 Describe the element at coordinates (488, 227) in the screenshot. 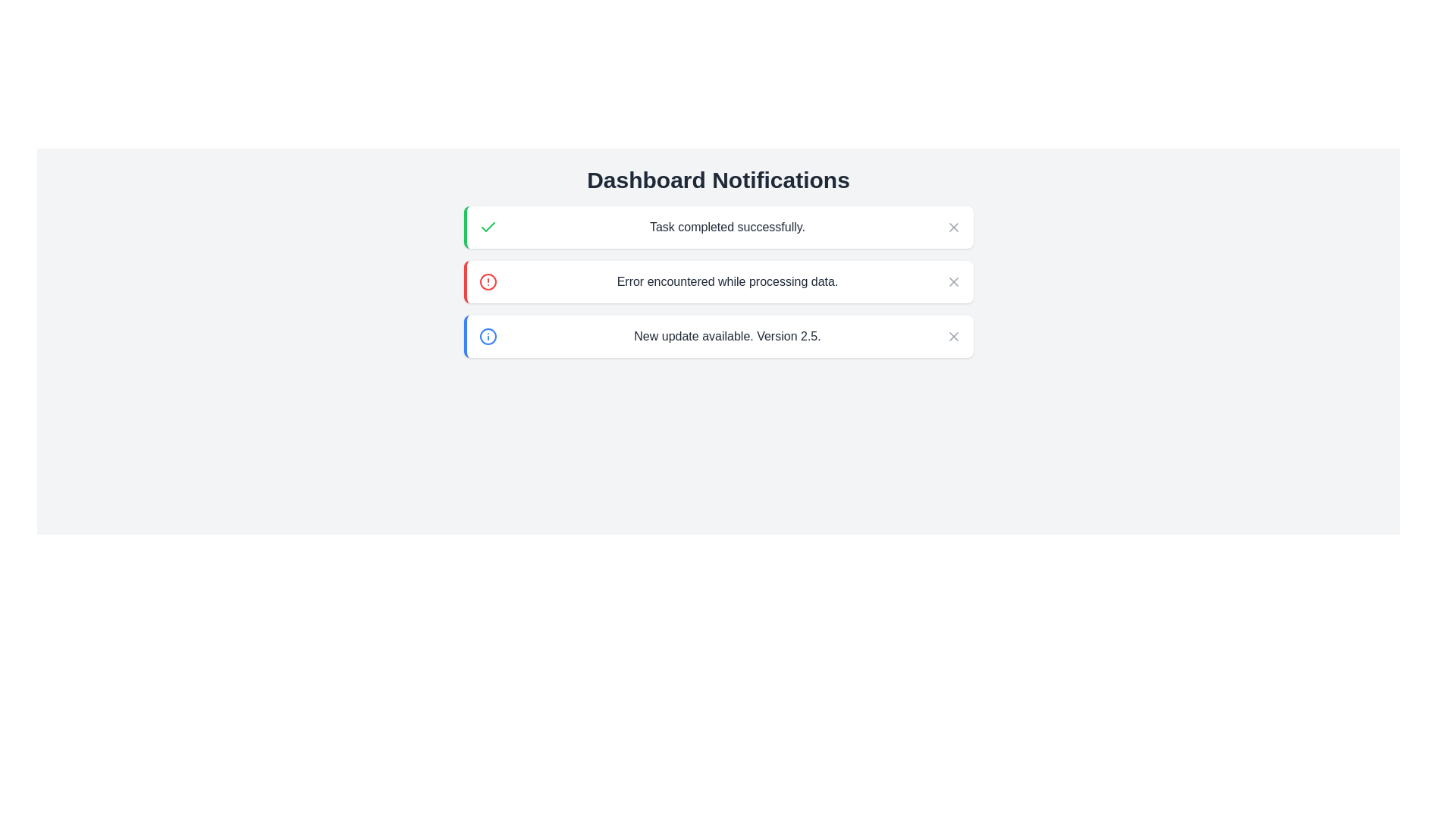

I see `the checkmark icon element, which is part of an SVG graphic with a green stroke, located in the topmost notification row aligned with the text 'Task completed successfully.'` at that location.